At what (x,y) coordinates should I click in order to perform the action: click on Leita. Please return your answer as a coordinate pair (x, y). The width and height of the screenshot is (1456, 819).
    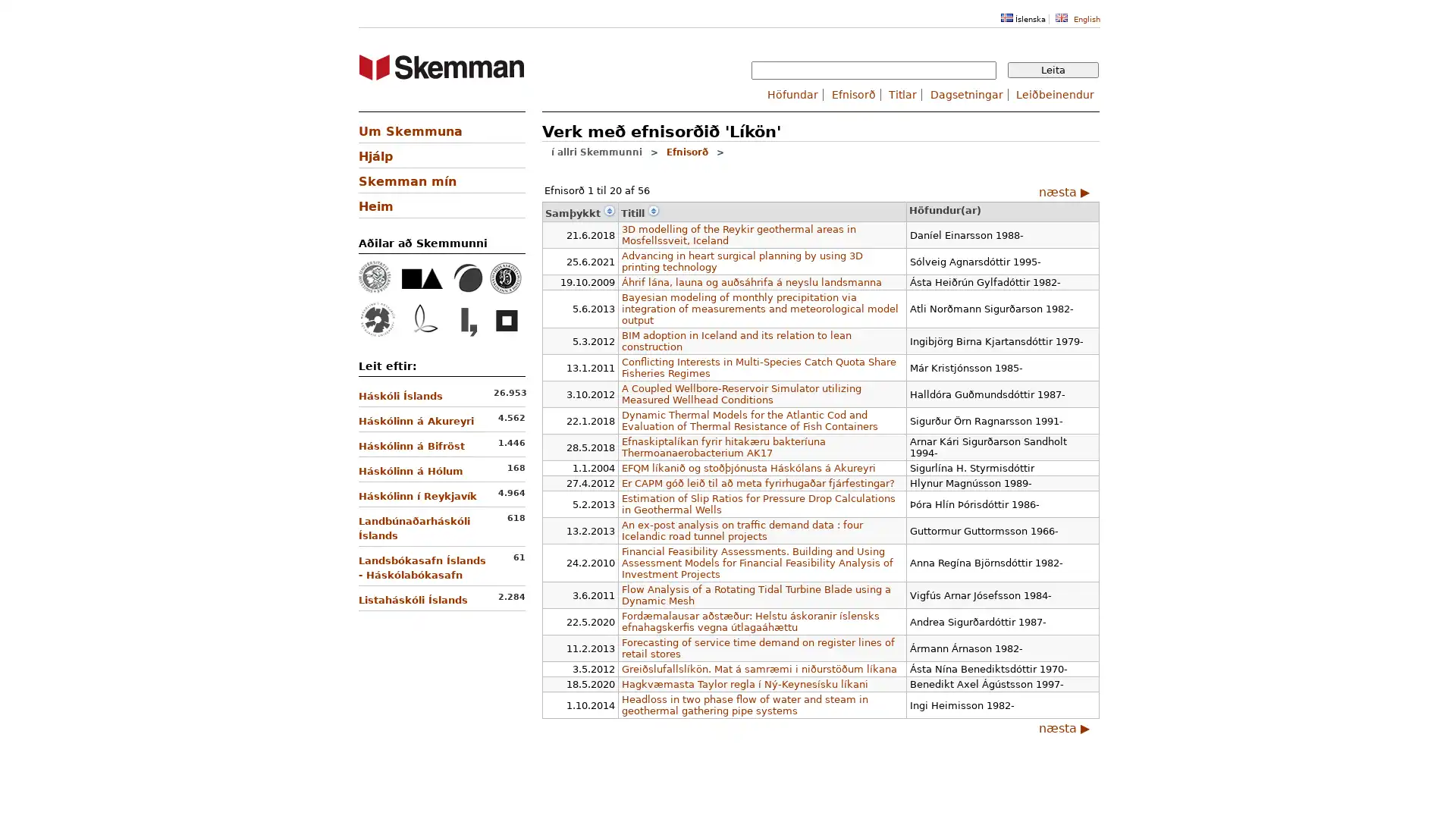
    Looking at the image, I should click on (1052, 70).